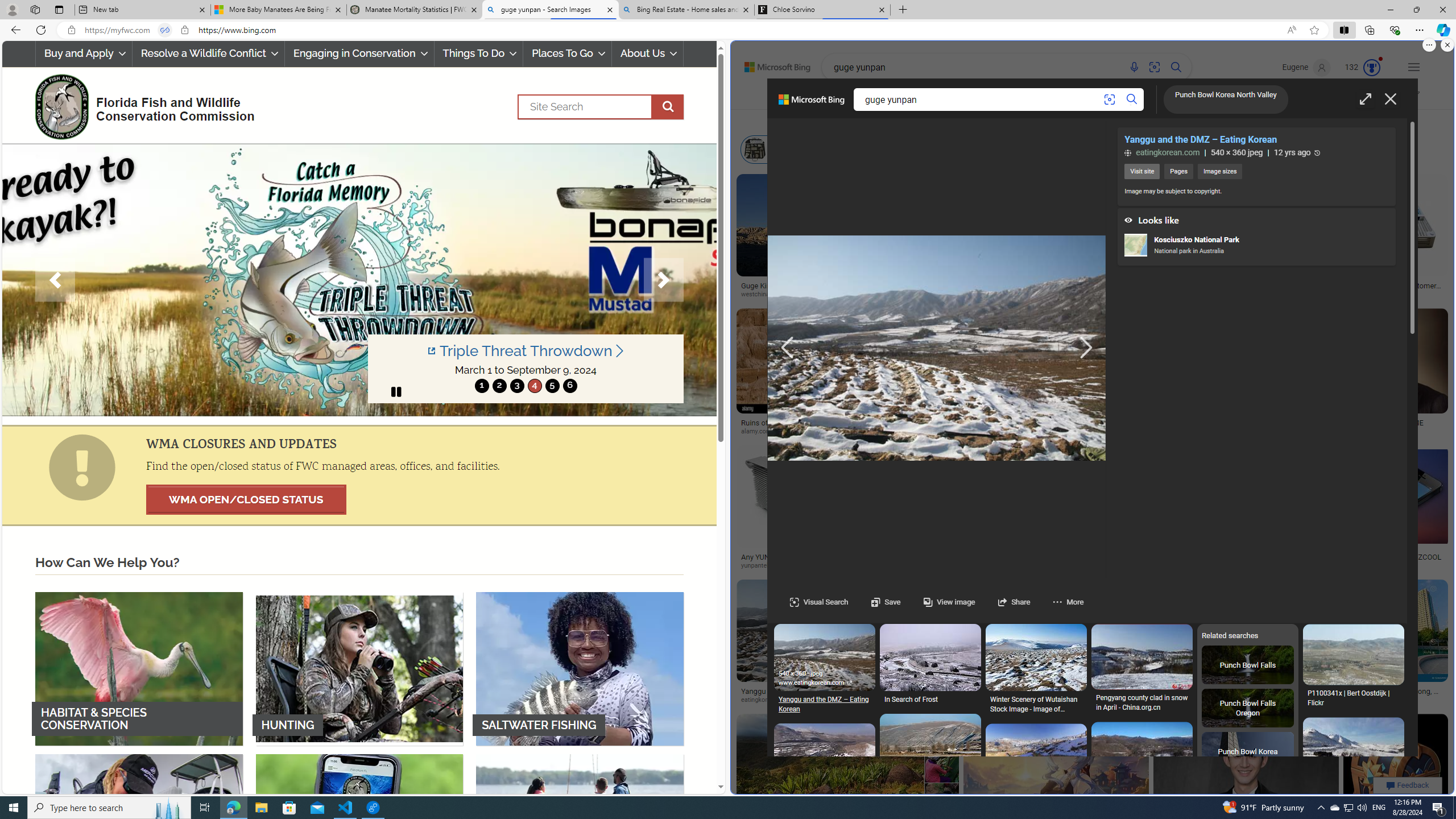 The width and height of the screenshot is (1456, 819). Describe the element at coordinates (549, 9) in the screenshot. I see `'guge yunpan - Search Images'` at that location.